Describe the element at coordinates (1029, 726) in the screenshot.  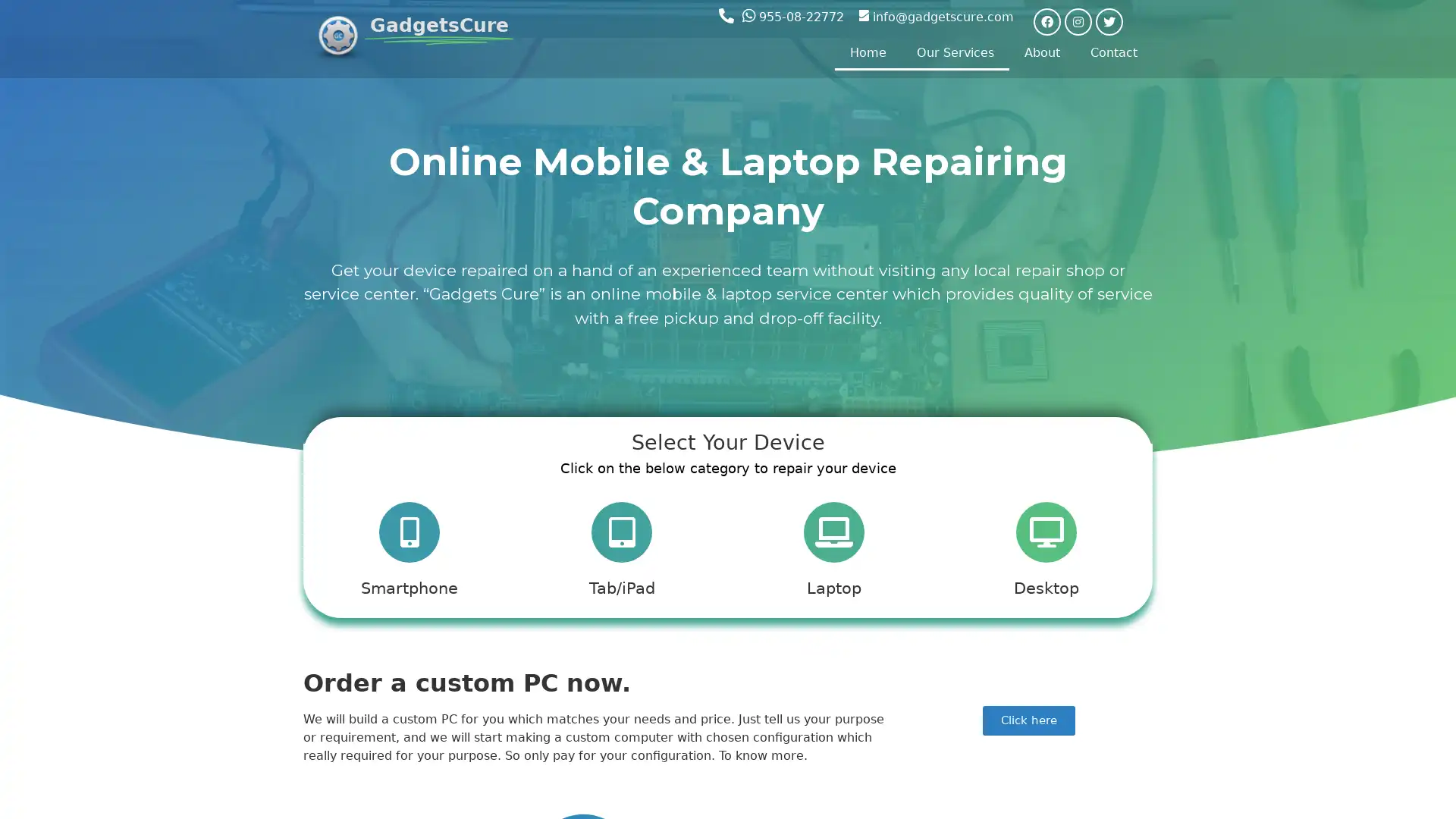
I see `Click here` at that location.